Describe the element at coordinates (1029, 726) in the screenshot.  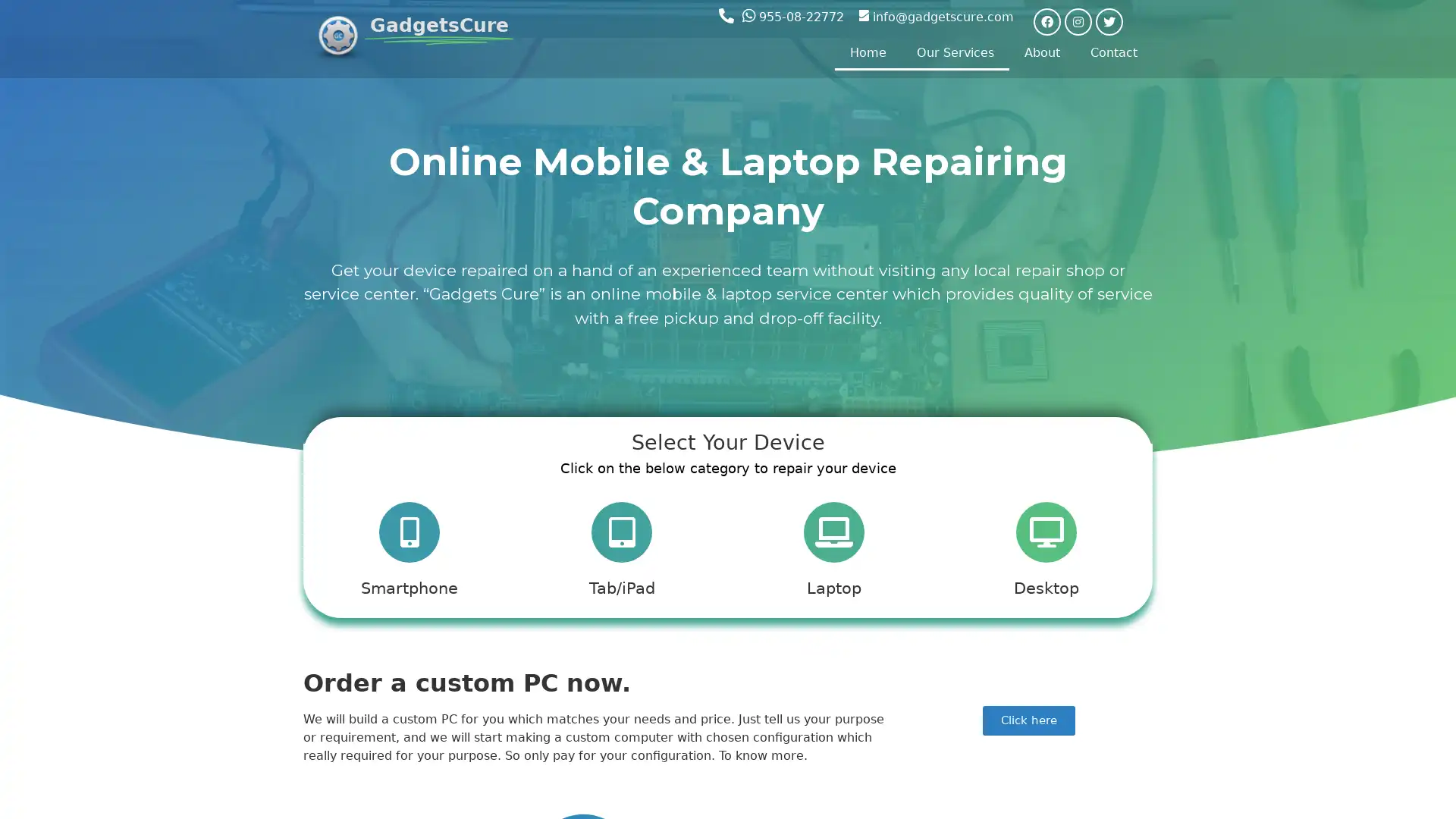
I see `Click here` at that location.